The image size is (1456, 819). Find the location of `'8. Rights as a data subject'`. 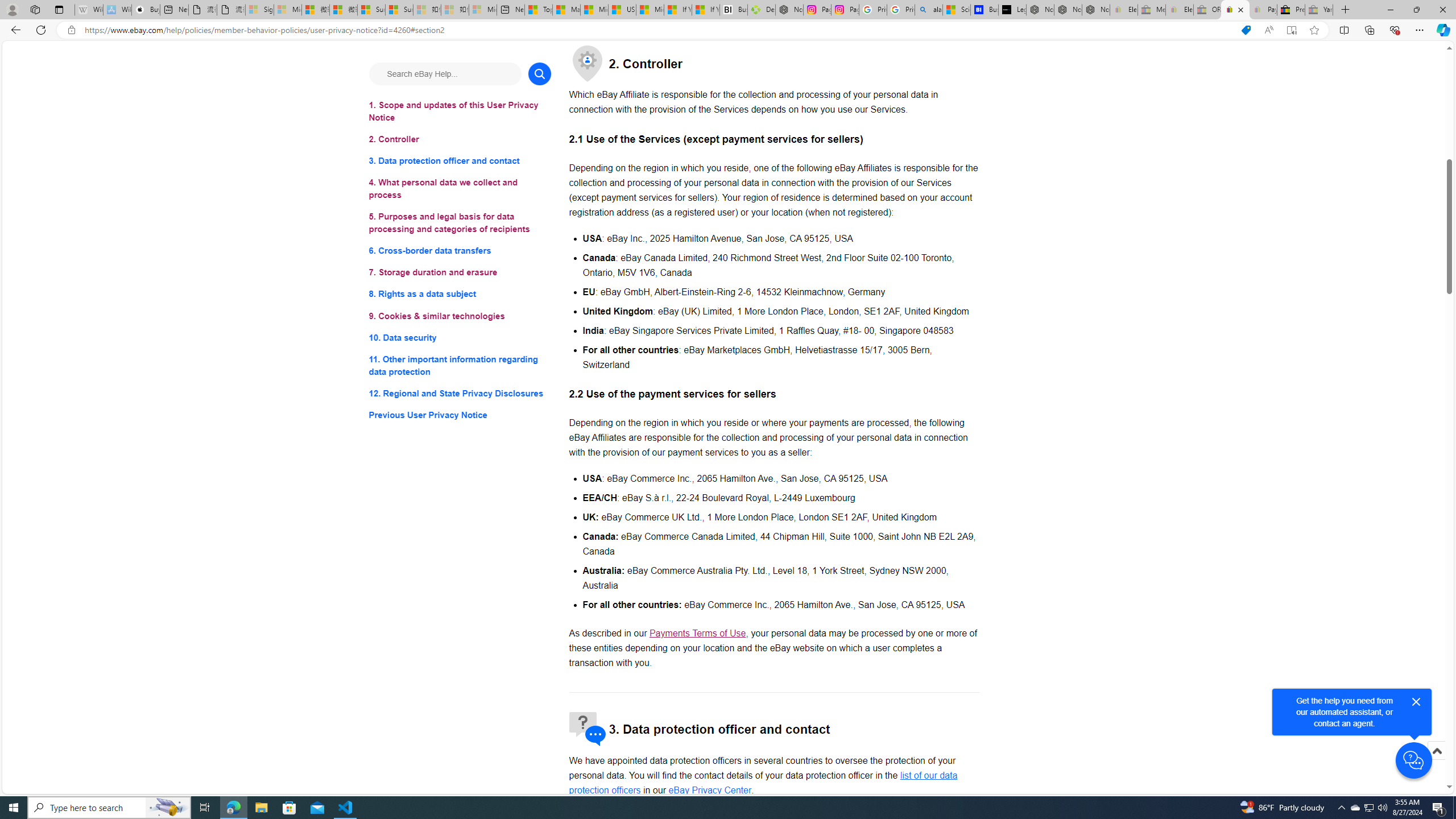

'8. Rights as a data subject' is located at coordinates (459, 293).